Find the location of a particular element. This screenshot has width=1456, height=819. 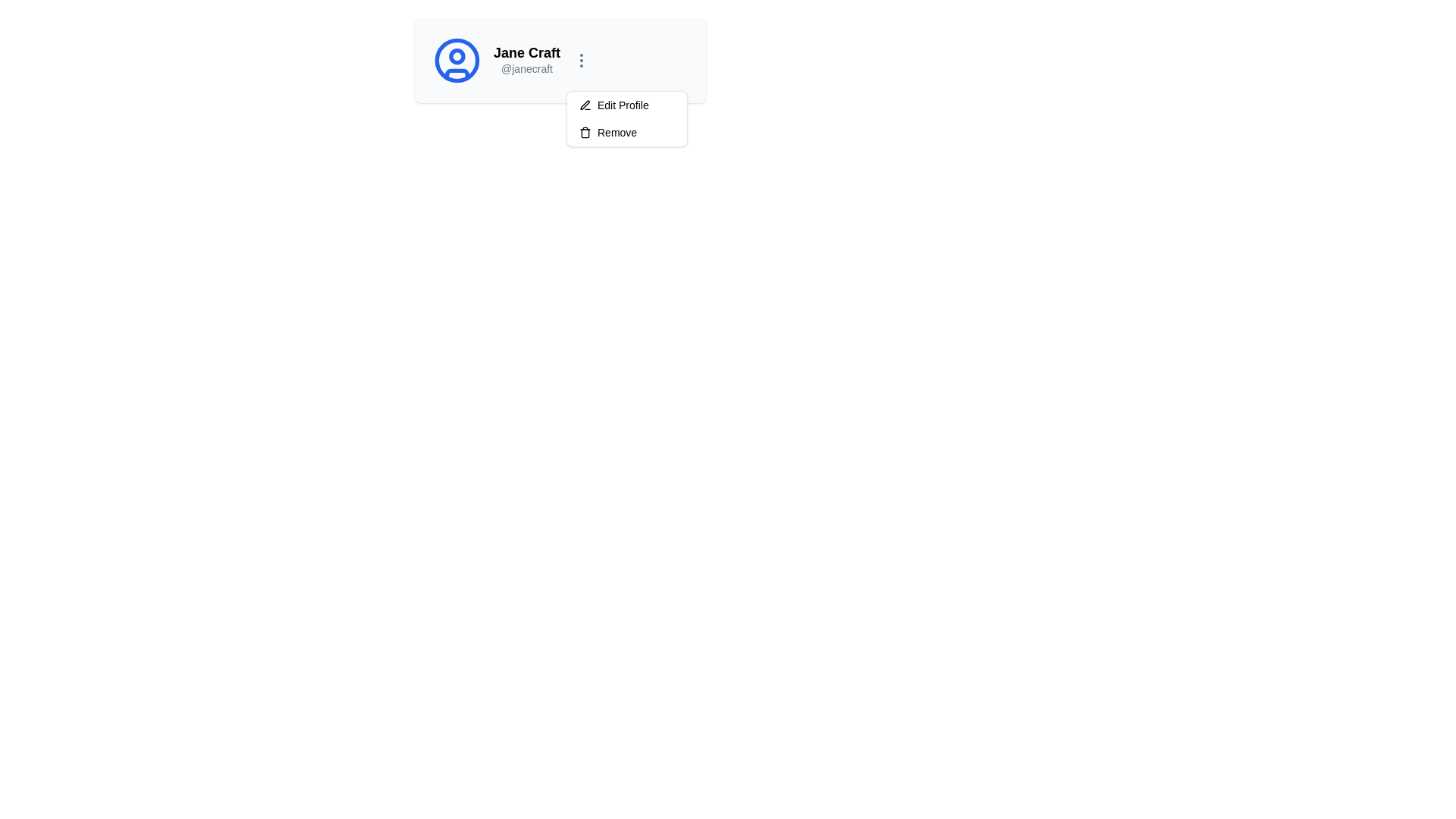

the profile edit button using the keyboard for accessibility is located at coordinates (626, 104).